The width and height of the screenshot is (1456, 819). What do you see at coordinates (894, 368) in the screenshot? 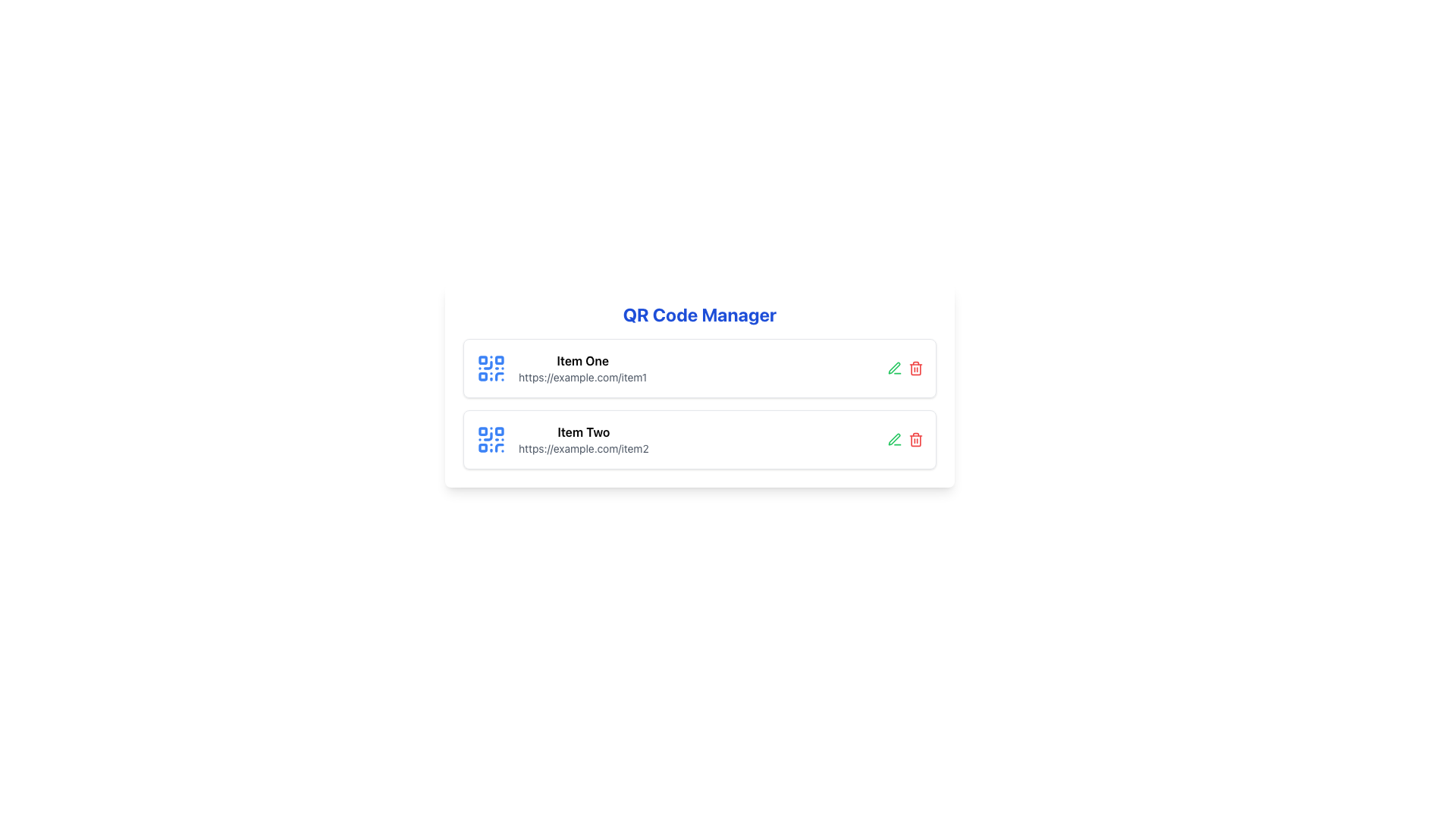
I see `the green pen icon next to 'Item Two'` at bounding box center [894, 368].